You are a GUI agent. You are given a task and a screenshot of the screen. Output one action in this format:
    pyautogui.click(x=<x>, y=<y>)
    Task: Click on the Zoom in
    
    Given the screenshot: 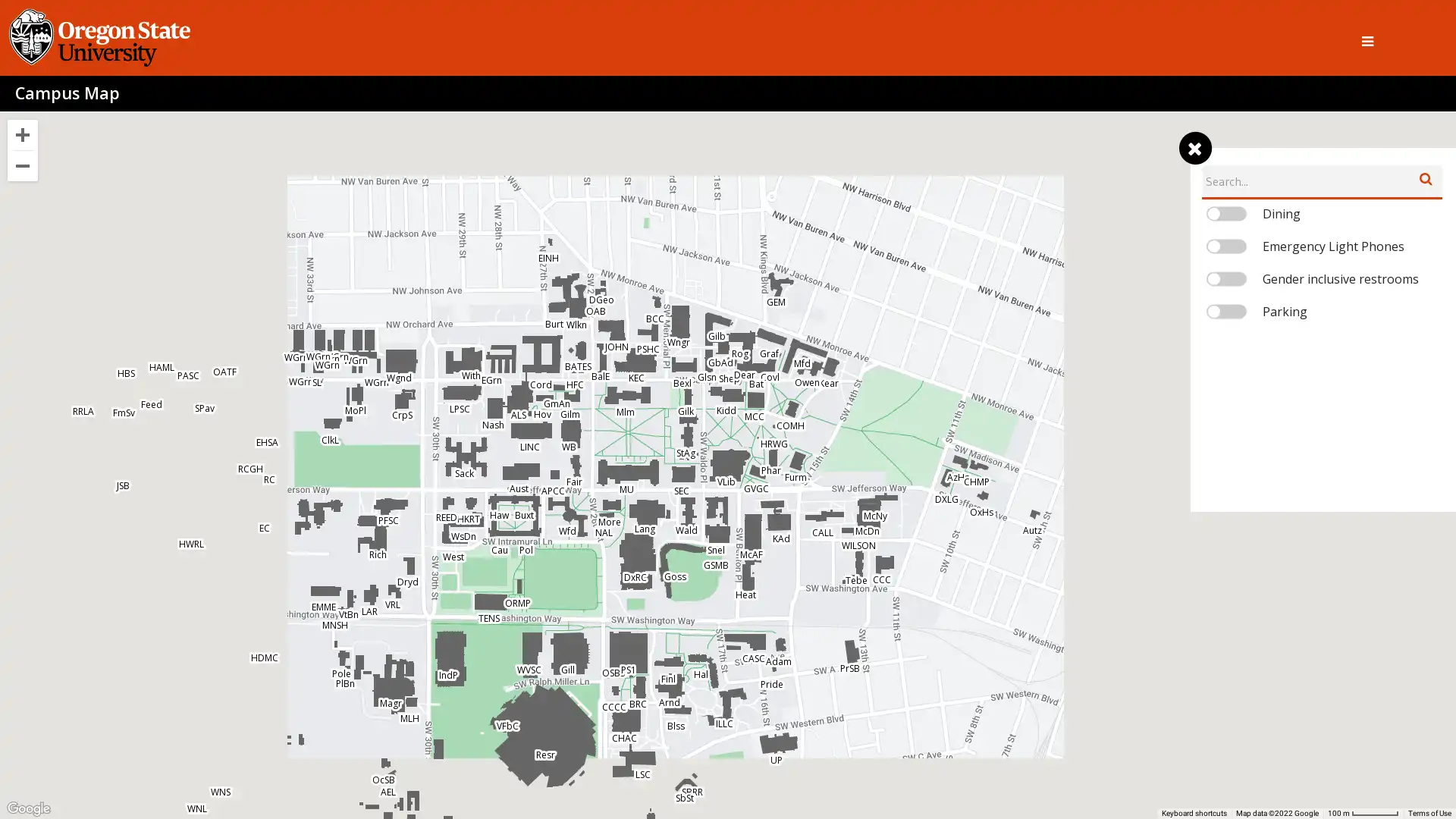 What is the action you would take?
    pyautogui.click(x=22, y=133)
    